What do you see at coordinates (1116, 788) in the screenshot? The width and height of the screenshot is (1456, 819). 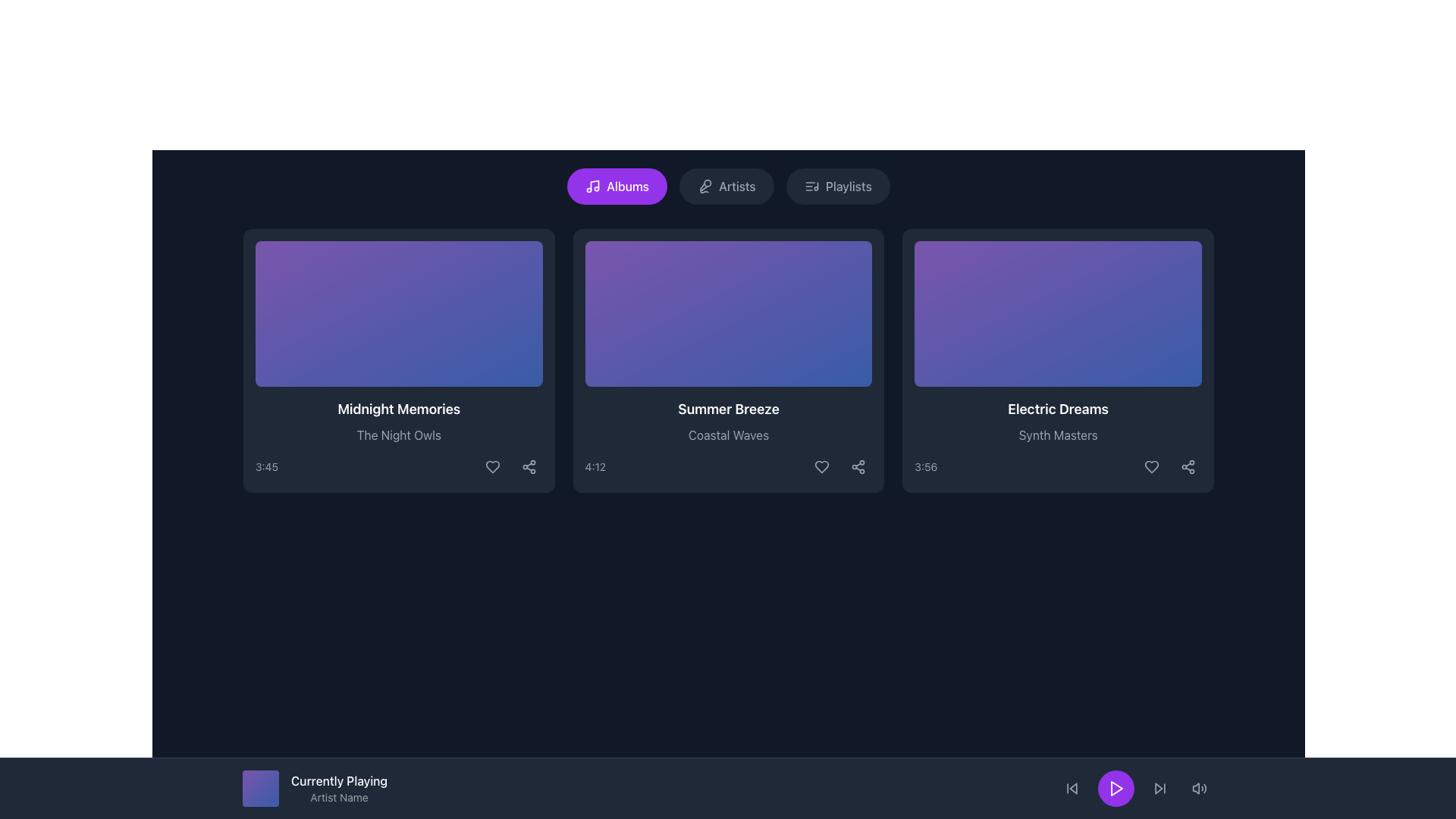 I see `the play button located at the center of the purple rounded button at the bottom center of the interface to initiate playback functionality` at bounding box center [1116, 788].